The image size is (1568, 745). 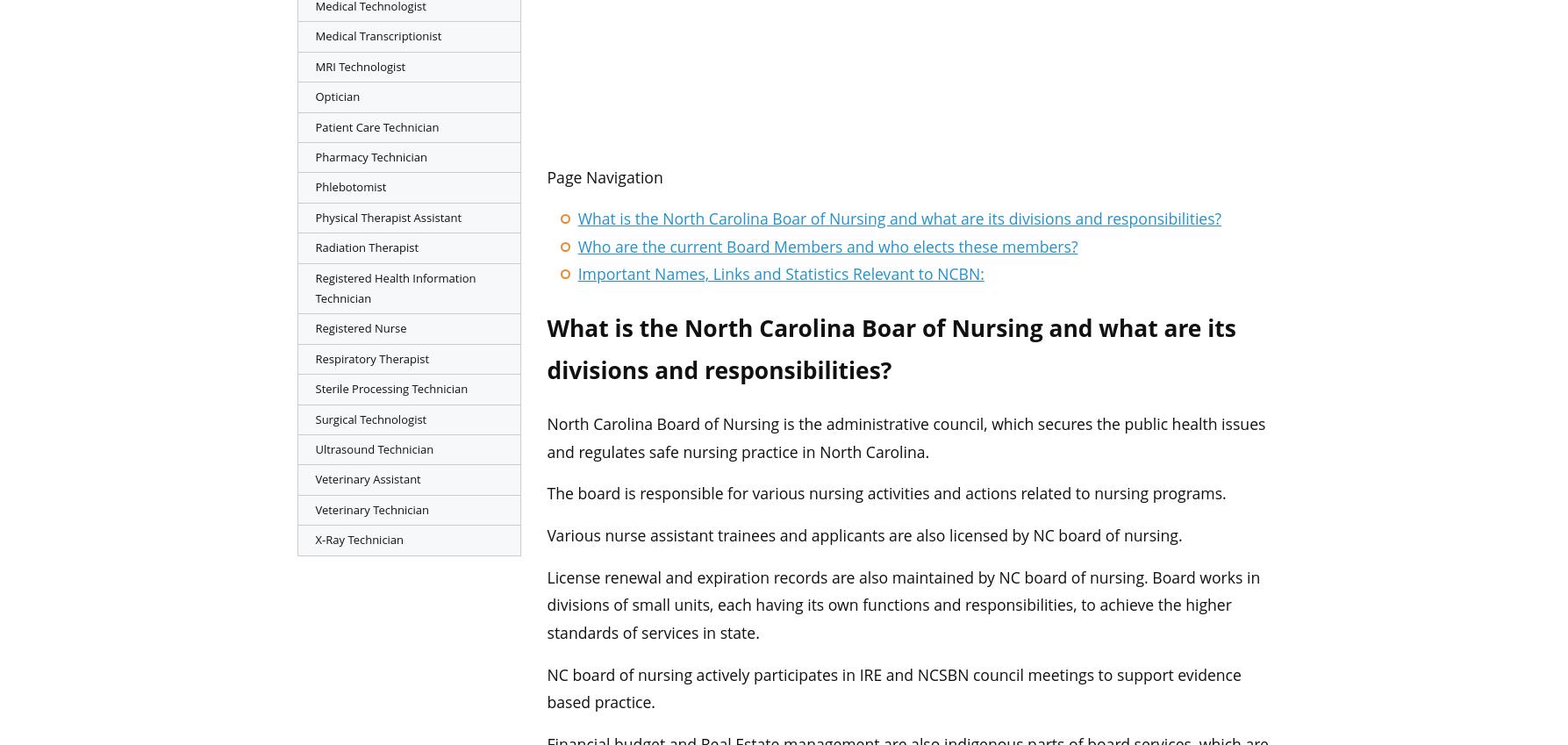 I want to click on 'Veterinary Technician', so click(x=371, y=508).